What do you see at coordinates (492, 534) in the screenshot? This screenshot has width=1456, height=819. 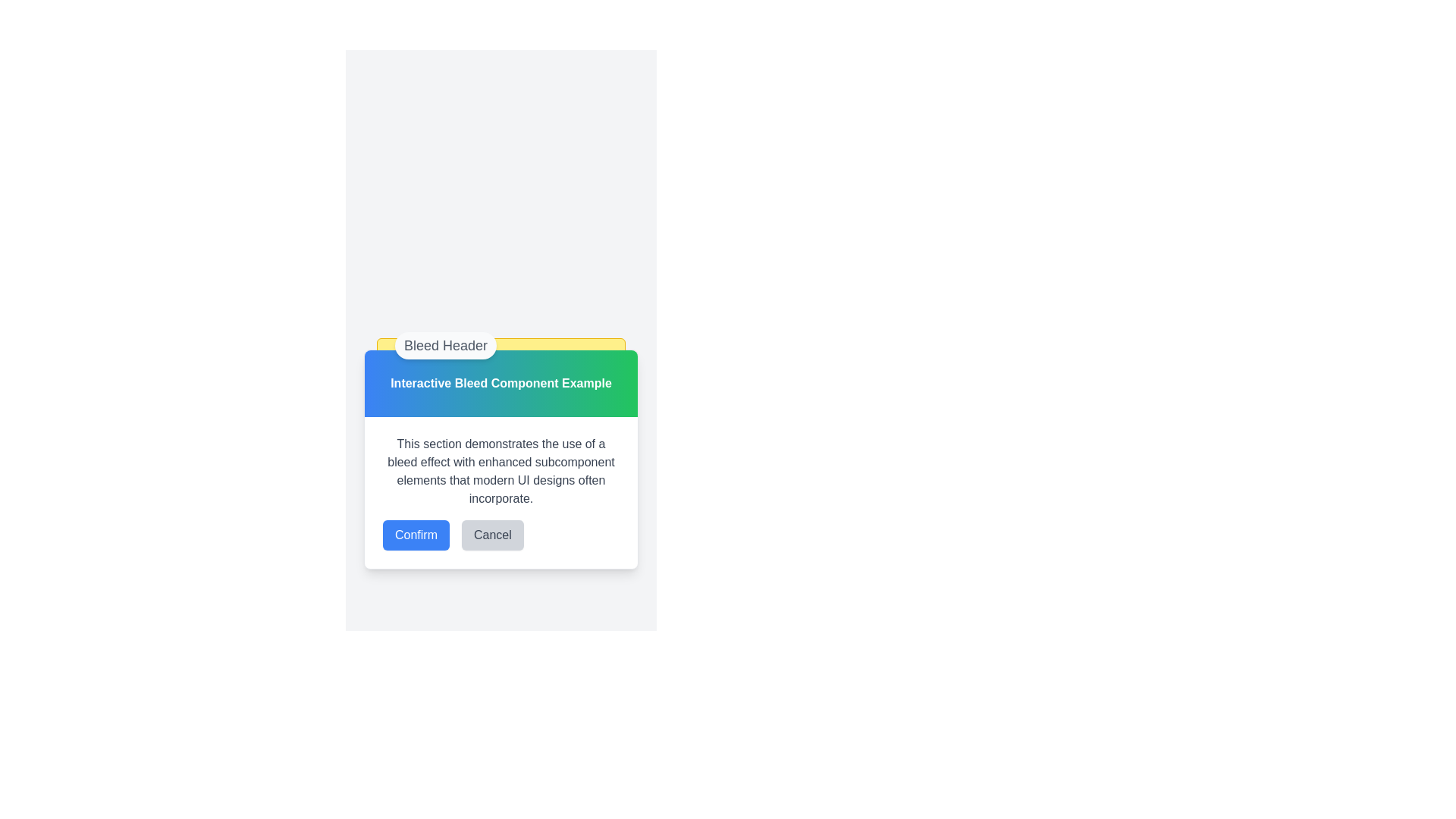 I see `the cancel button located in the lower section of the modal, to the right of the 'Confirm' button, to change its background color` at bounding box center [492, 534].